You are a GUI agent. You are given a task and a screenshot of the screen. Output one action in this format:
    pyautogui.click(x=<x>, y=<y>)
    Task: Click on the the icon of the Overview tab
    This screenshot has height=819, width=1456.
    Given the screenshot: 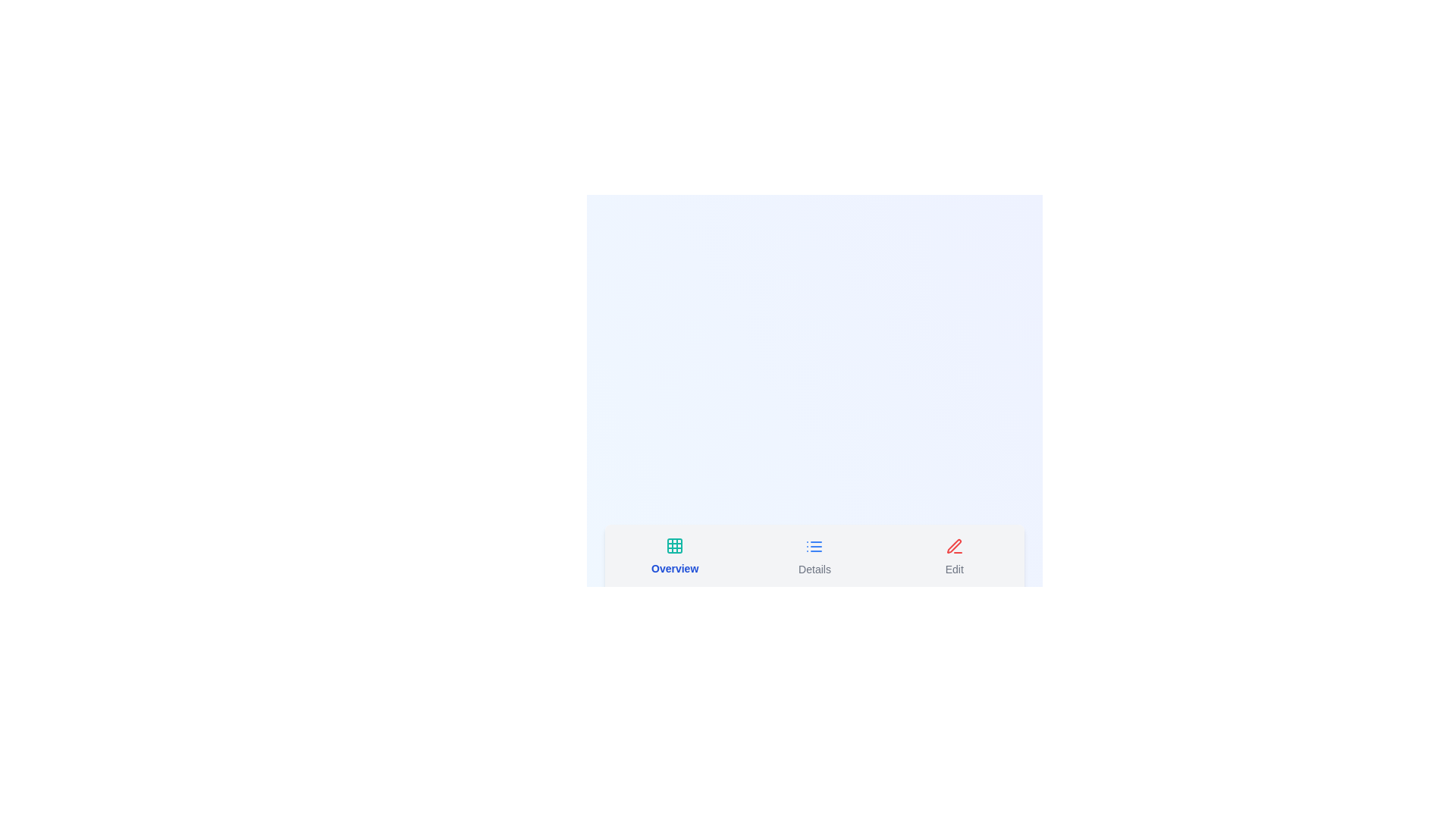 What is the action you would take?
    pyautogui.click(x=674, y=544)
    